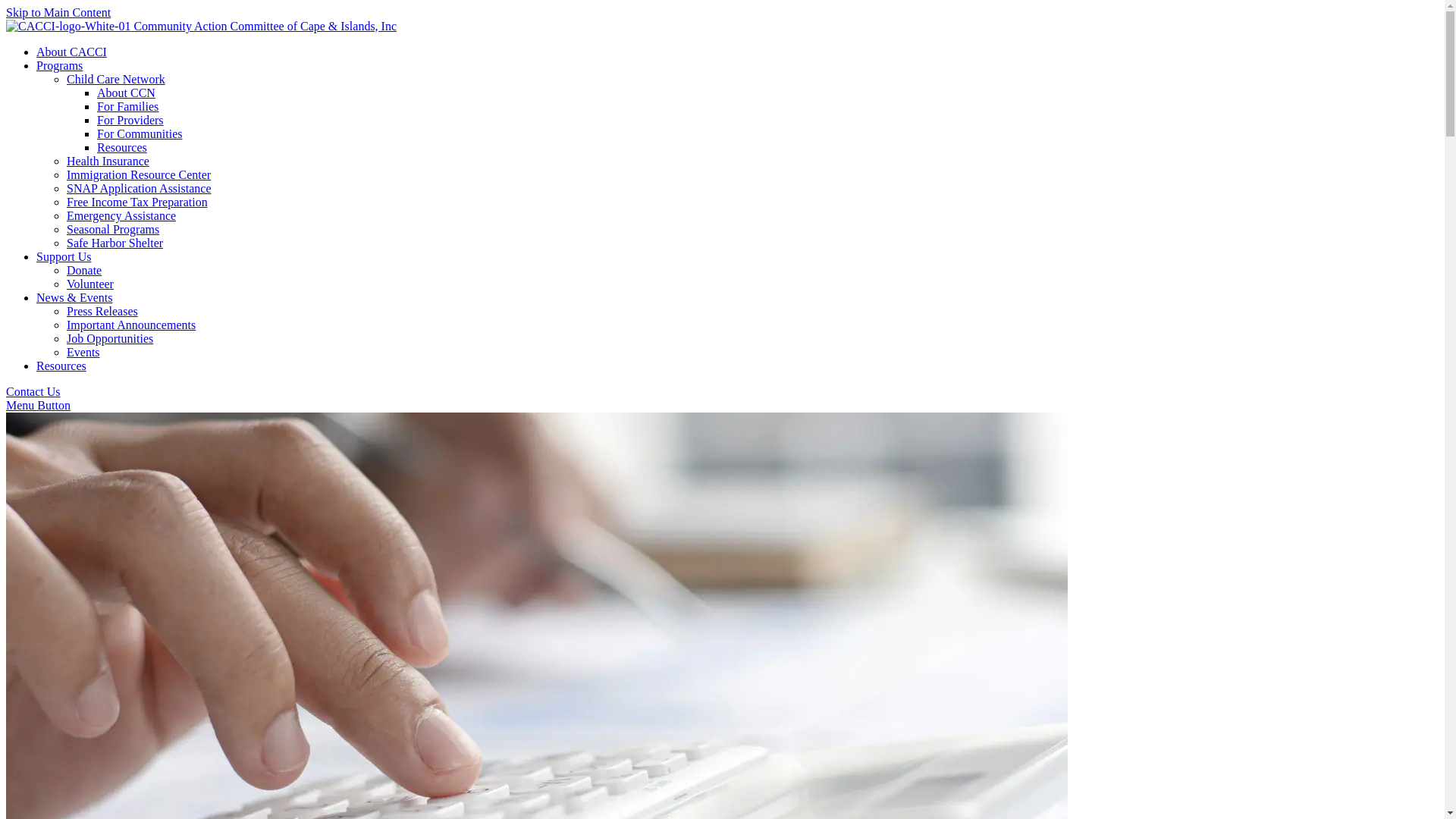 This screenshot has width=1456, height=819. What do you see at coordinates (139, 187) in the screenshot?
I see `'SNAP Application Assistance'` at bounding box center [139, 187].